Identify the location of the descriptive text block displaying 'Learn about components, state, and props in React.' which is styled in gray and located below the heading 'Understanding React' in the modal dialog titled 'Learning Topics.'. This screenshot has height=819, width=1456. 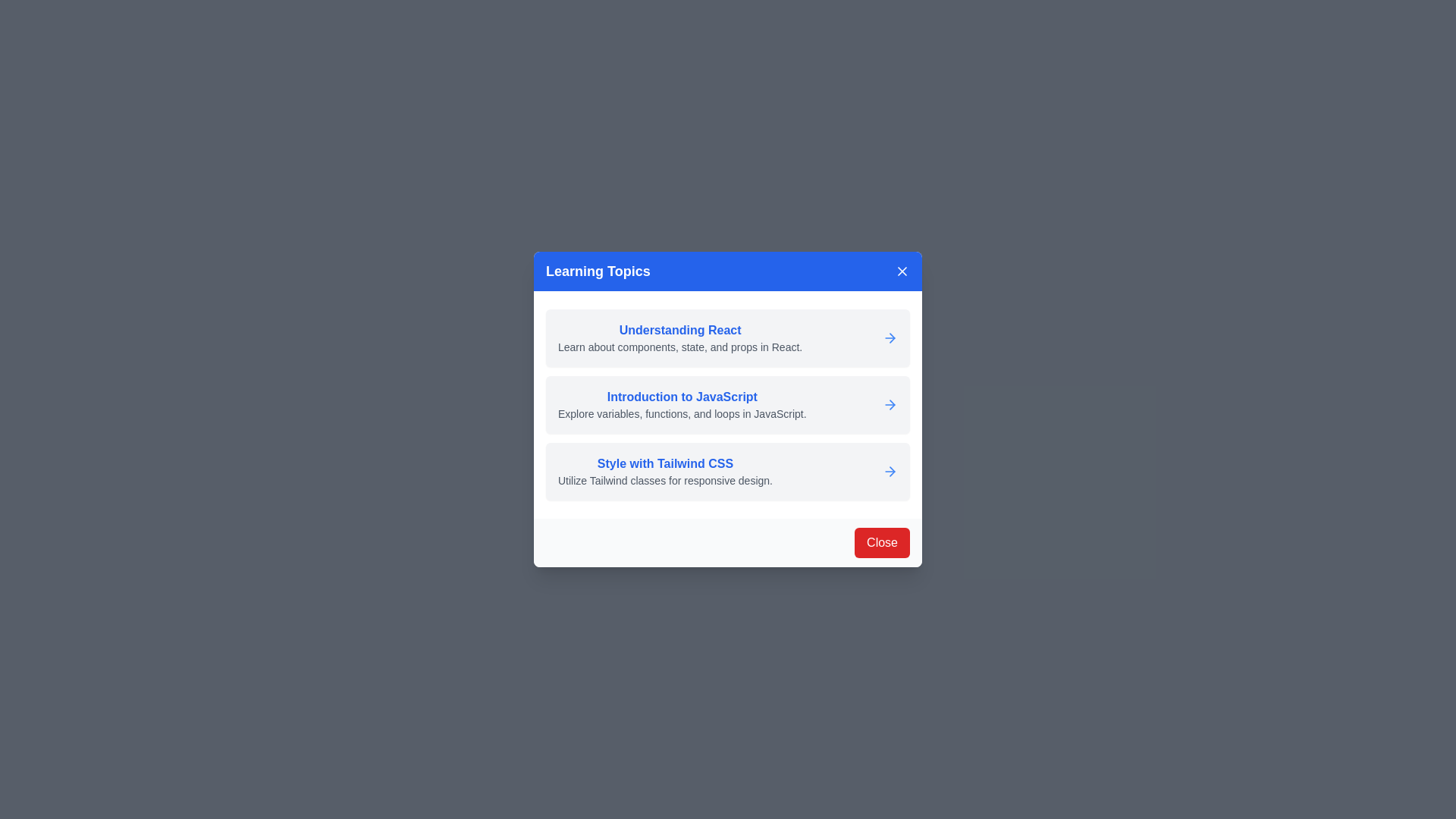
(679, 347).